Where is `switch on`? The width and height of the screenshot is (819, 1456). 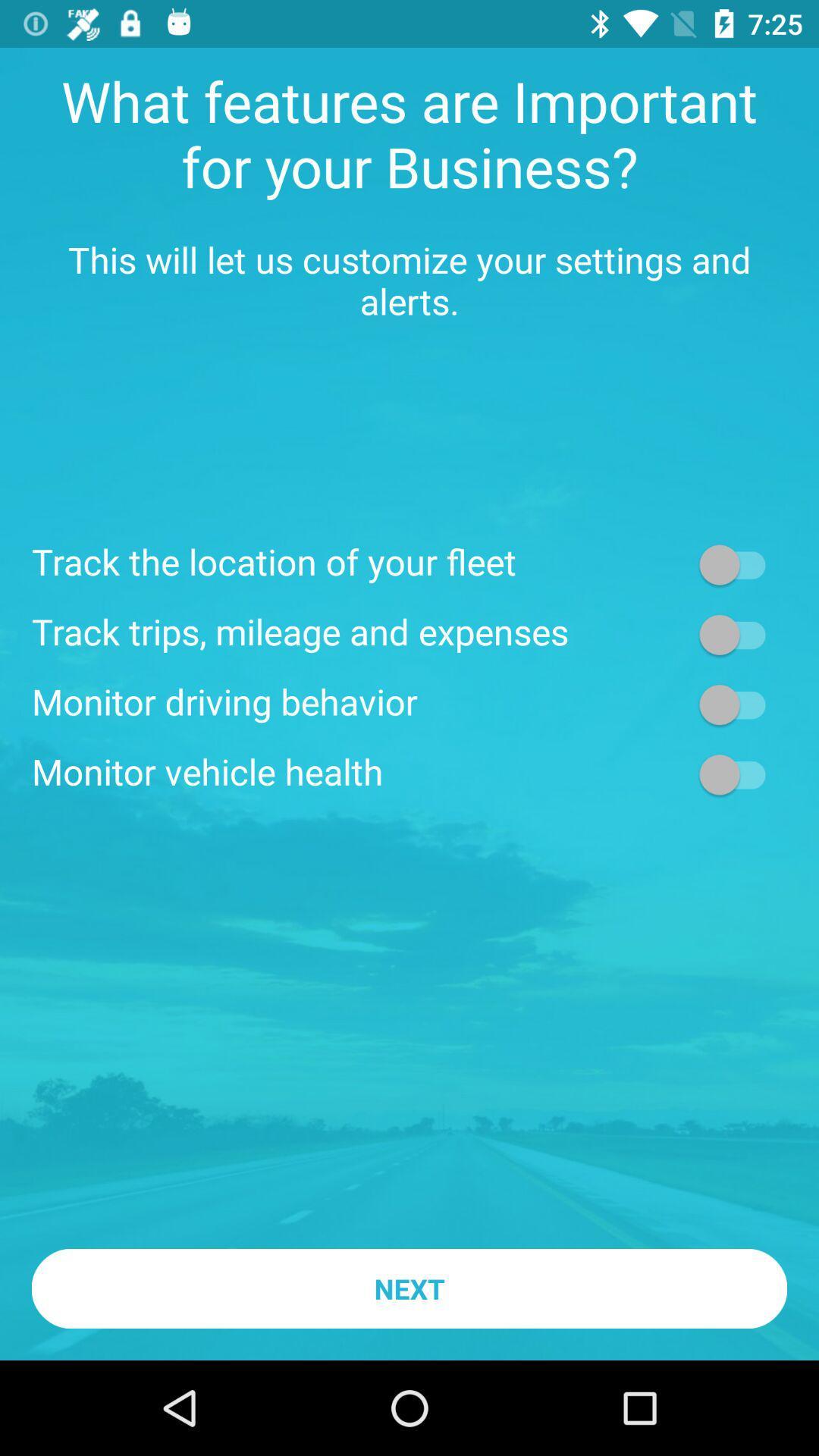
switch on is located at coordinates (739, 704).